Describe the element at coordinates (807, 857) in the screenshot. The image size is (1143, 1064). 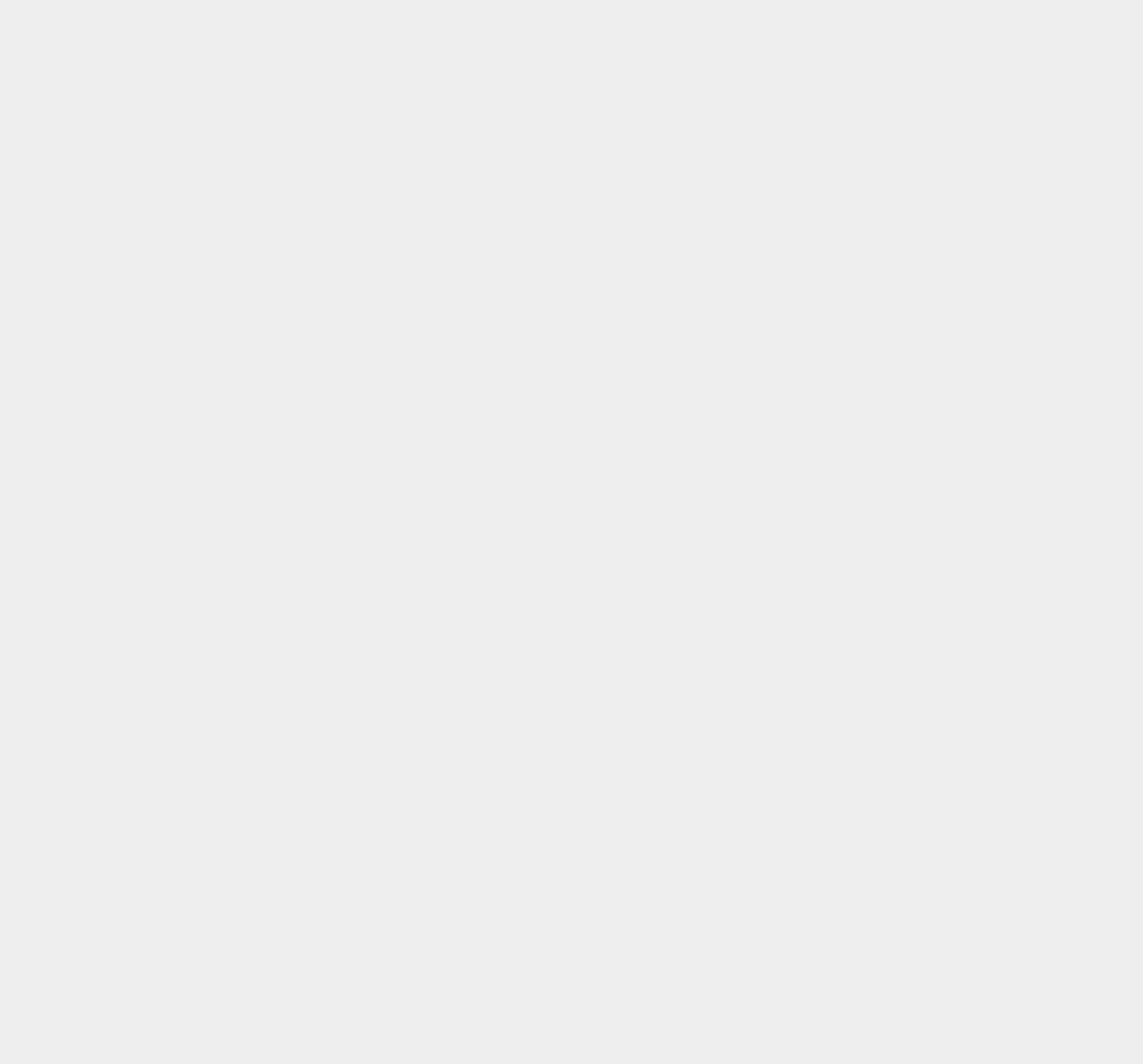
I see `'RAM'` at that location.